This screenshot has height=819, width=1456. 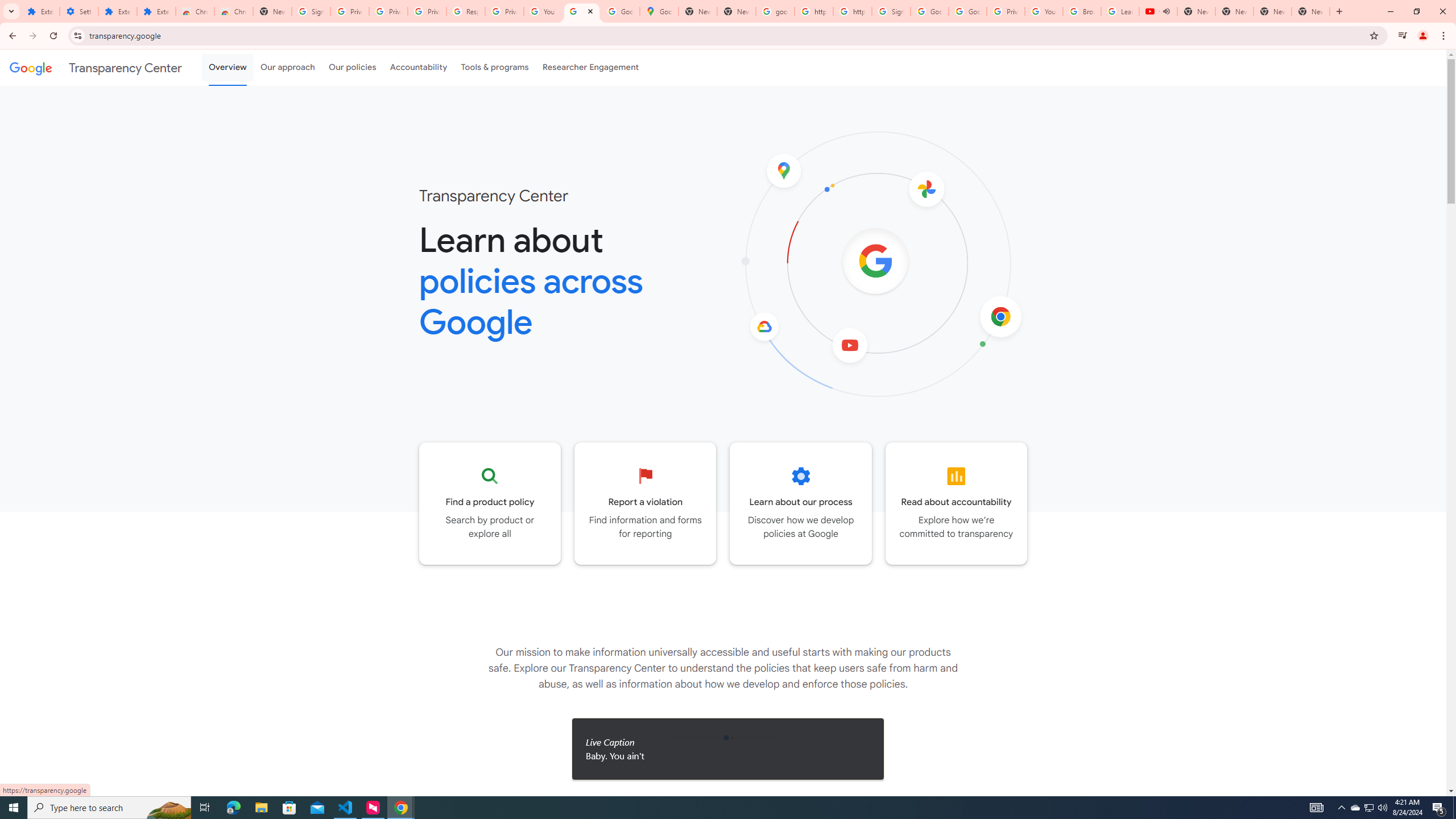 What do you see at coordinates (287, 67) in the screenshot?
I see `'Our approach'` at bounding box center [287, 67].